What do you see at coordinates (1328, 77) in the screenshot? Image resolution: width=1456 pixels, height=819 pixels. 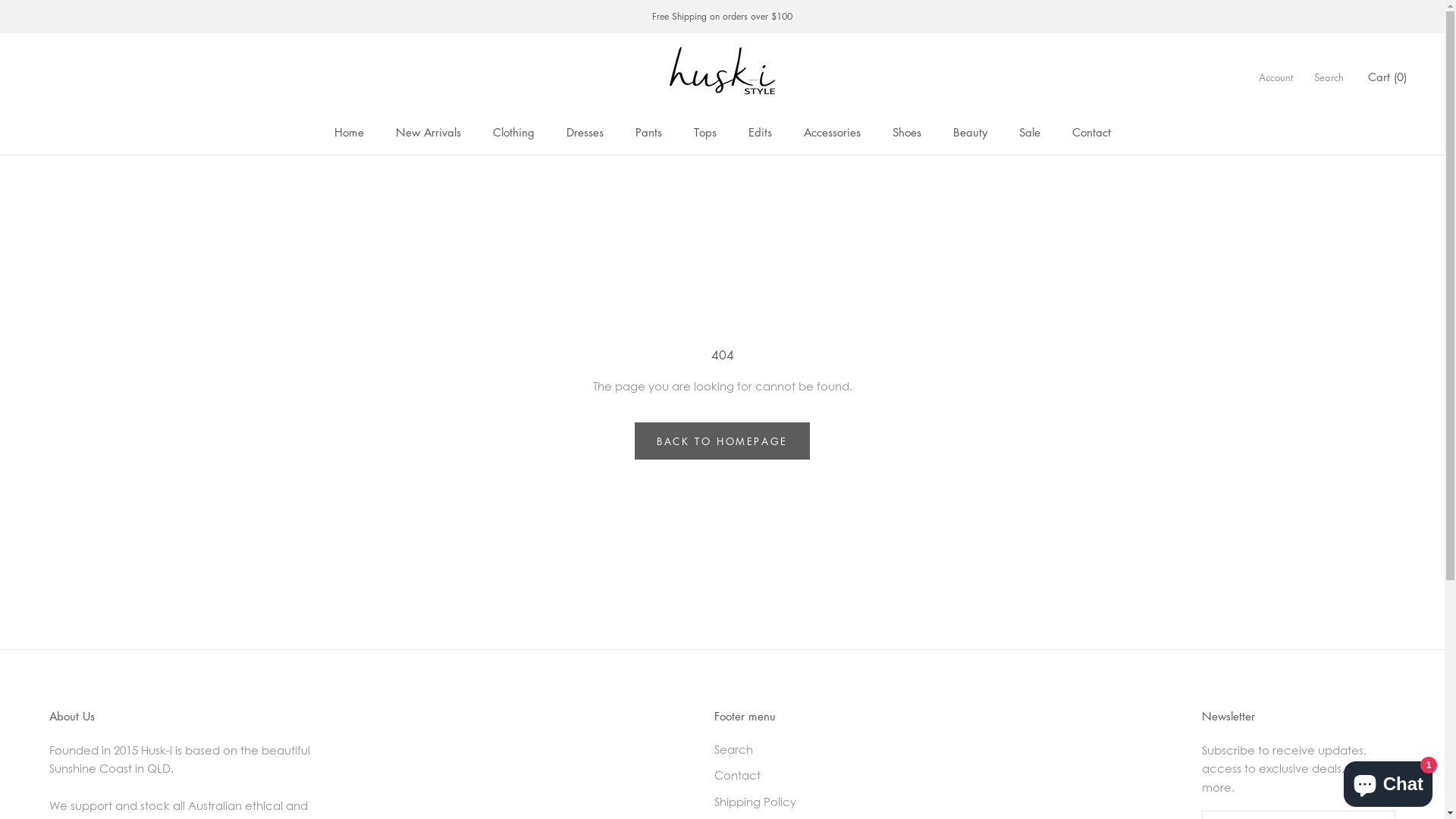 I see `'Search'` at bounding box center [1328, 77].